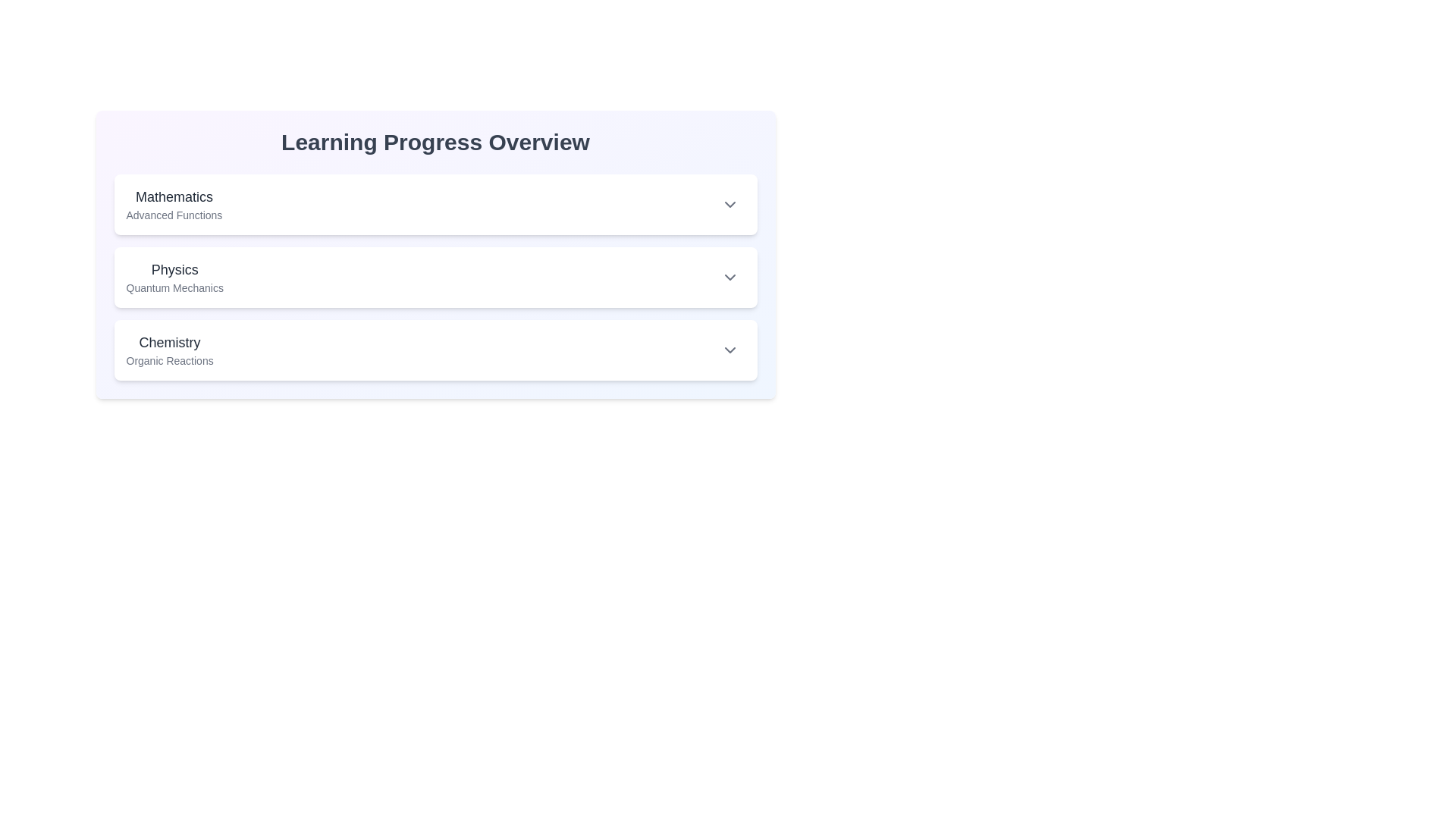 The height and width of the screenshot is (819, 1456). Describe the element at coordinates (435, 350) in the screenshot. I see `the 'Chemistry' card element in the learning progress overview` at that location.